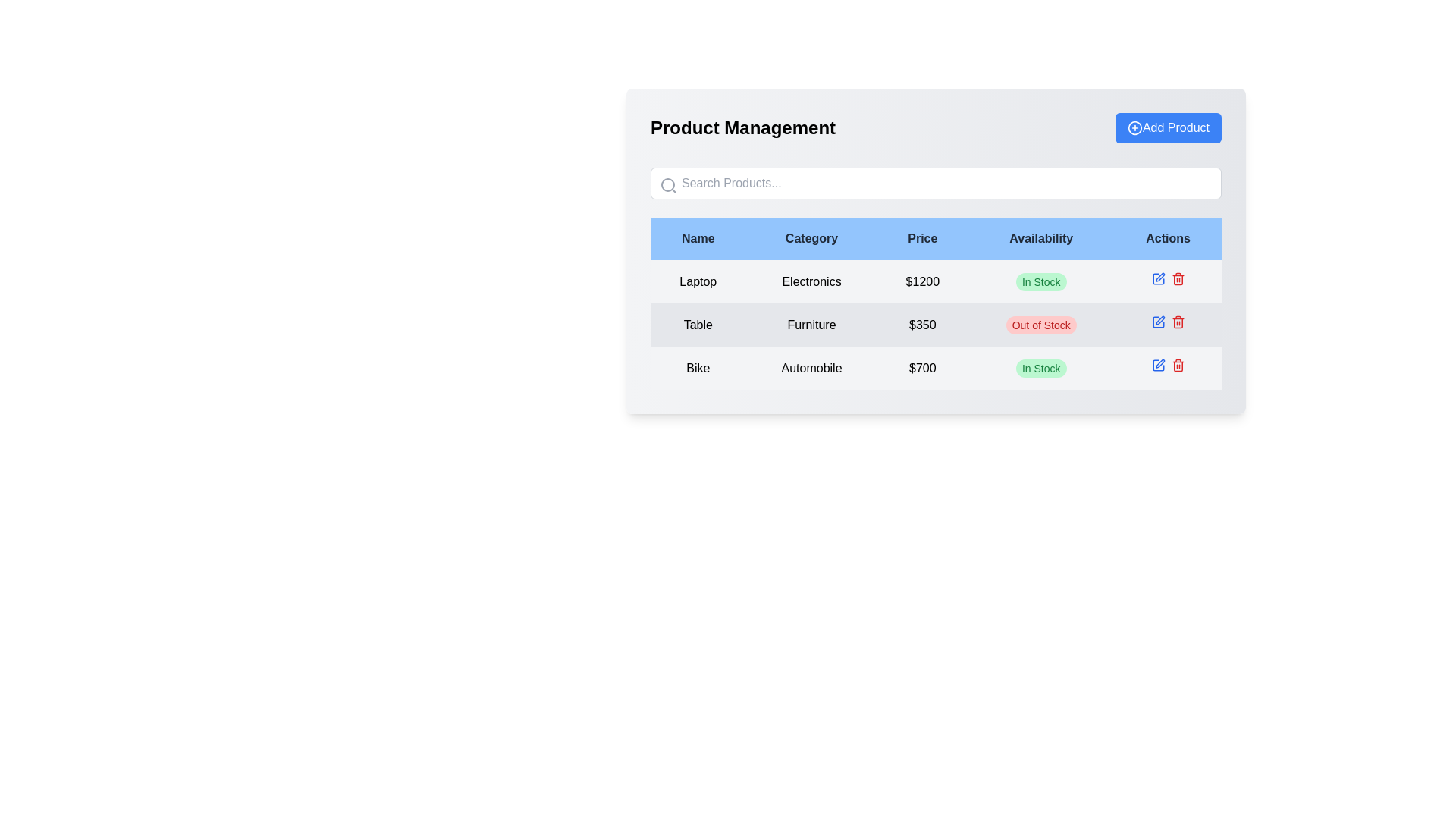 The height and width of the screenshot is (819, 1456). What do you see at coordinates (921, 281) in the screenshot?
I see `the text element displaying the price '$1200' in the first row and third column of the table under the 'Price' header` at bounding box center [921, 281].